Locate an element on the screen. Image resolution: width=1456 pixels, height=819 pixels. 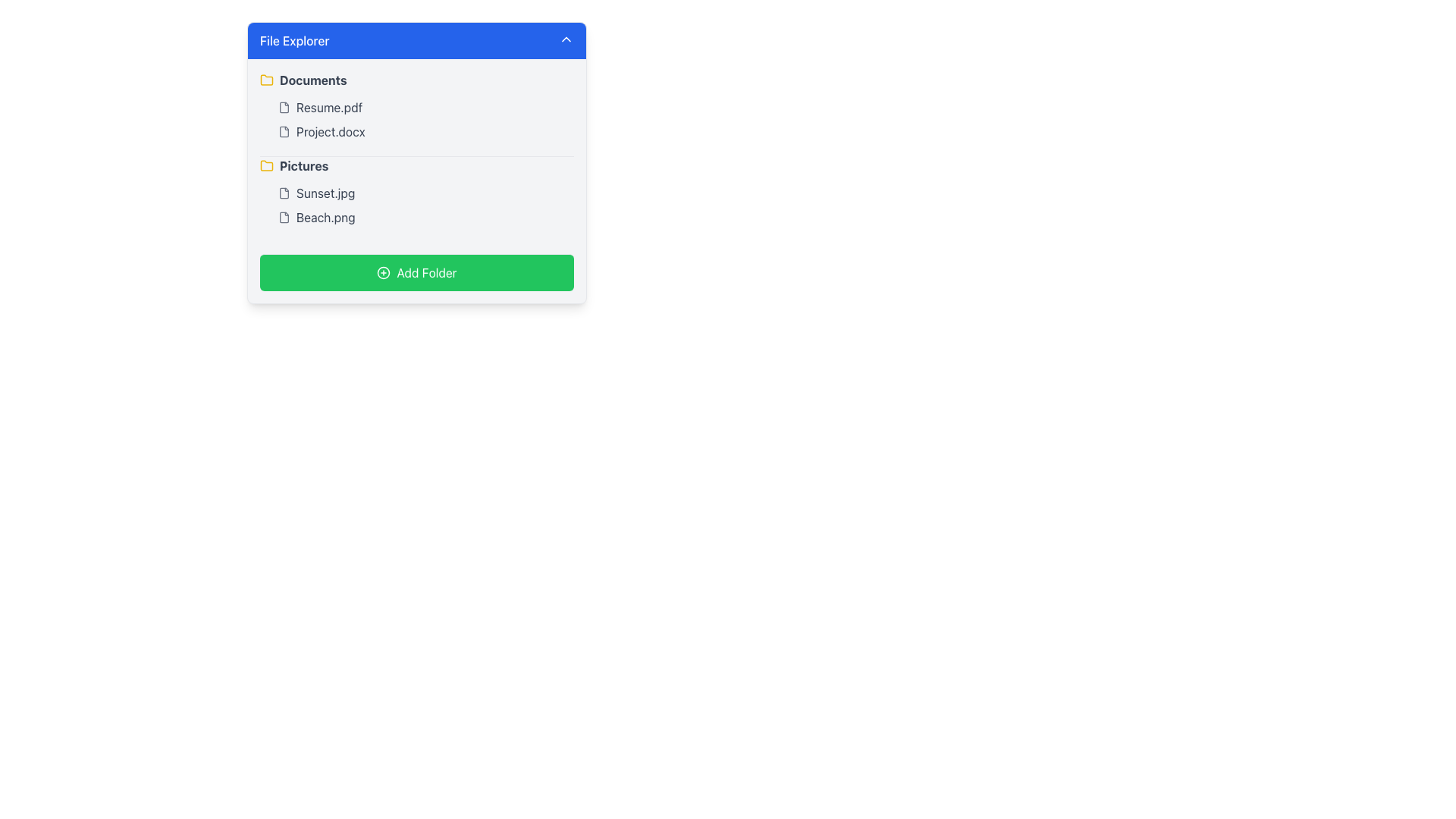
the 'Add Folder' button, which is a rectangular button with a vibrant green background and white text, located at the bottom center of the file explorer panel is located at coordinates (417, 271).